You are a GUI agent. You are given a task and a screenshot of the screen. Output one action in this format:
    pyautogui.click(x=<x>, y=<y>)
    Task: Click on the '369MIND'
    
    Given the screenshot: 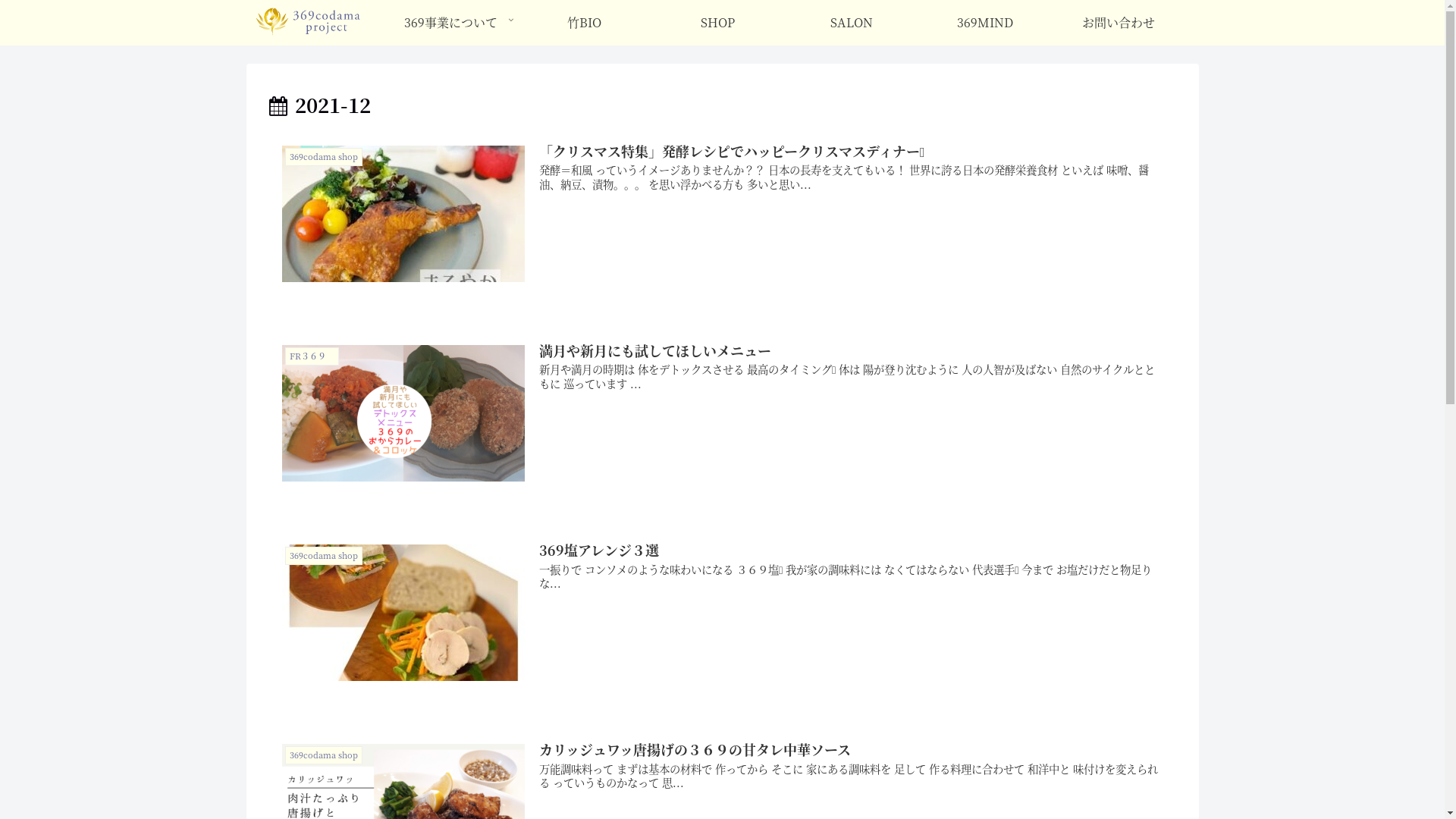 What is the action you would take?
    pyautogui.click(x=985, y=23)
    